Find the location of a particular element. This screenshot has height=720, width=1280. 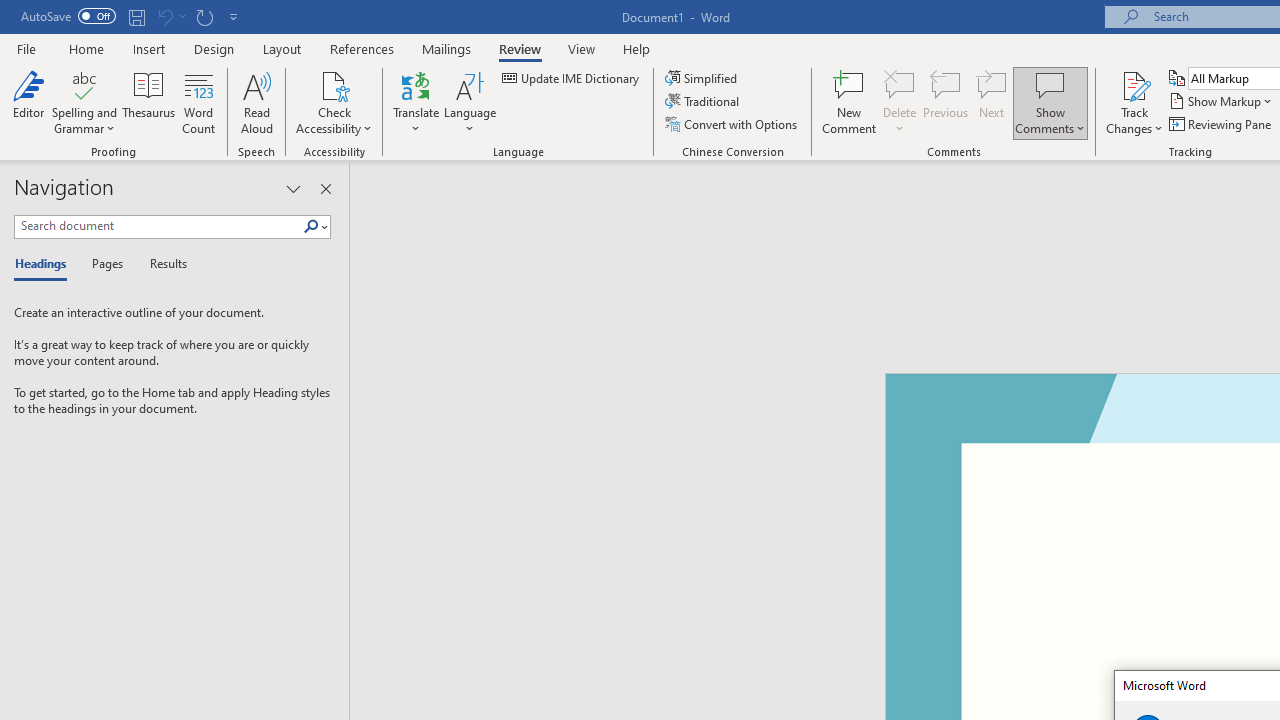

'Results' is located at coordinates (161, 264).